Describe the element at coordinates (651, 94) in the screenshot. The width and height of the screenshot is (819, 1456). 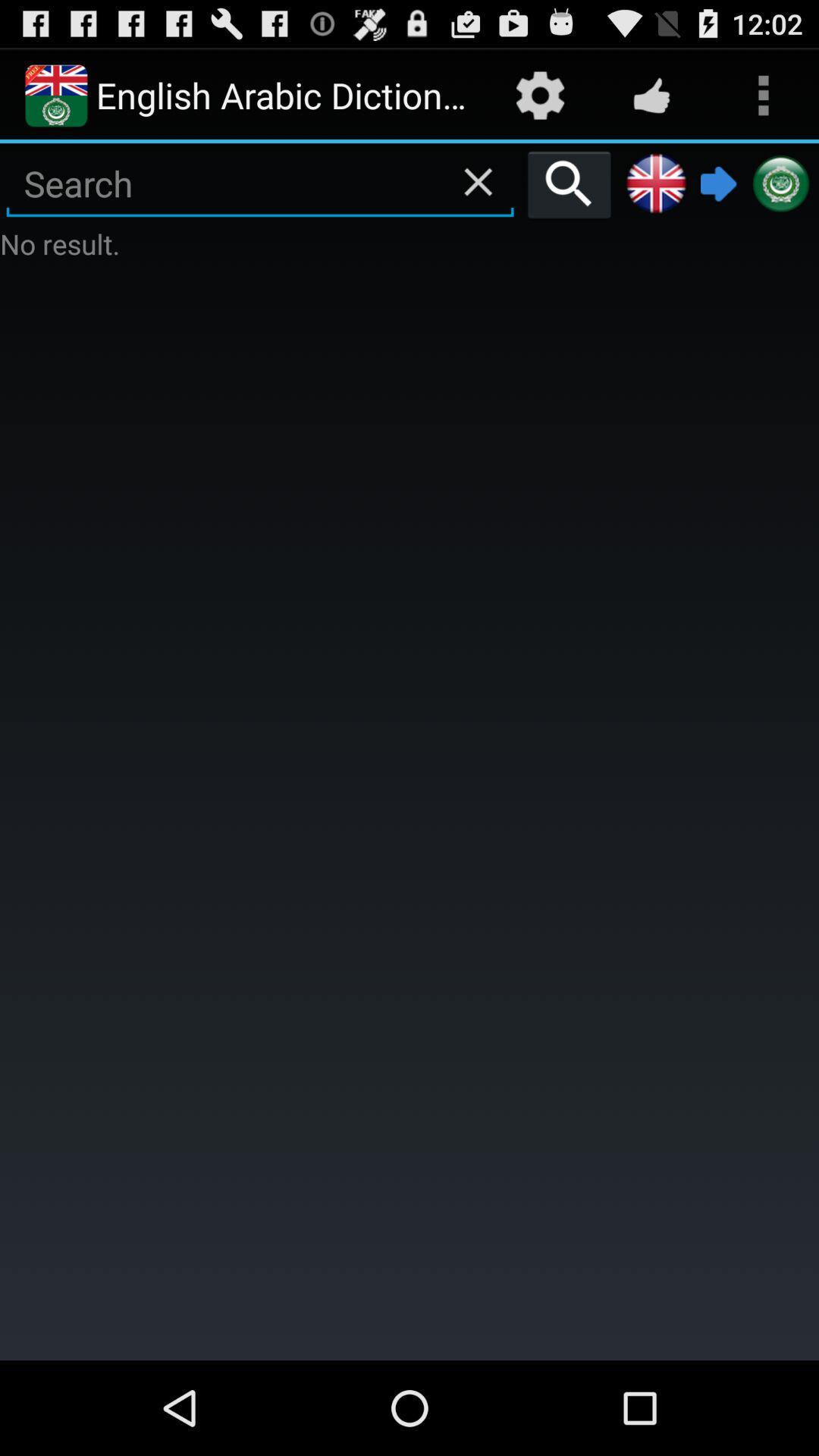
I see `the thumb icon right side to the settings icon on the top of the web page` at that location.